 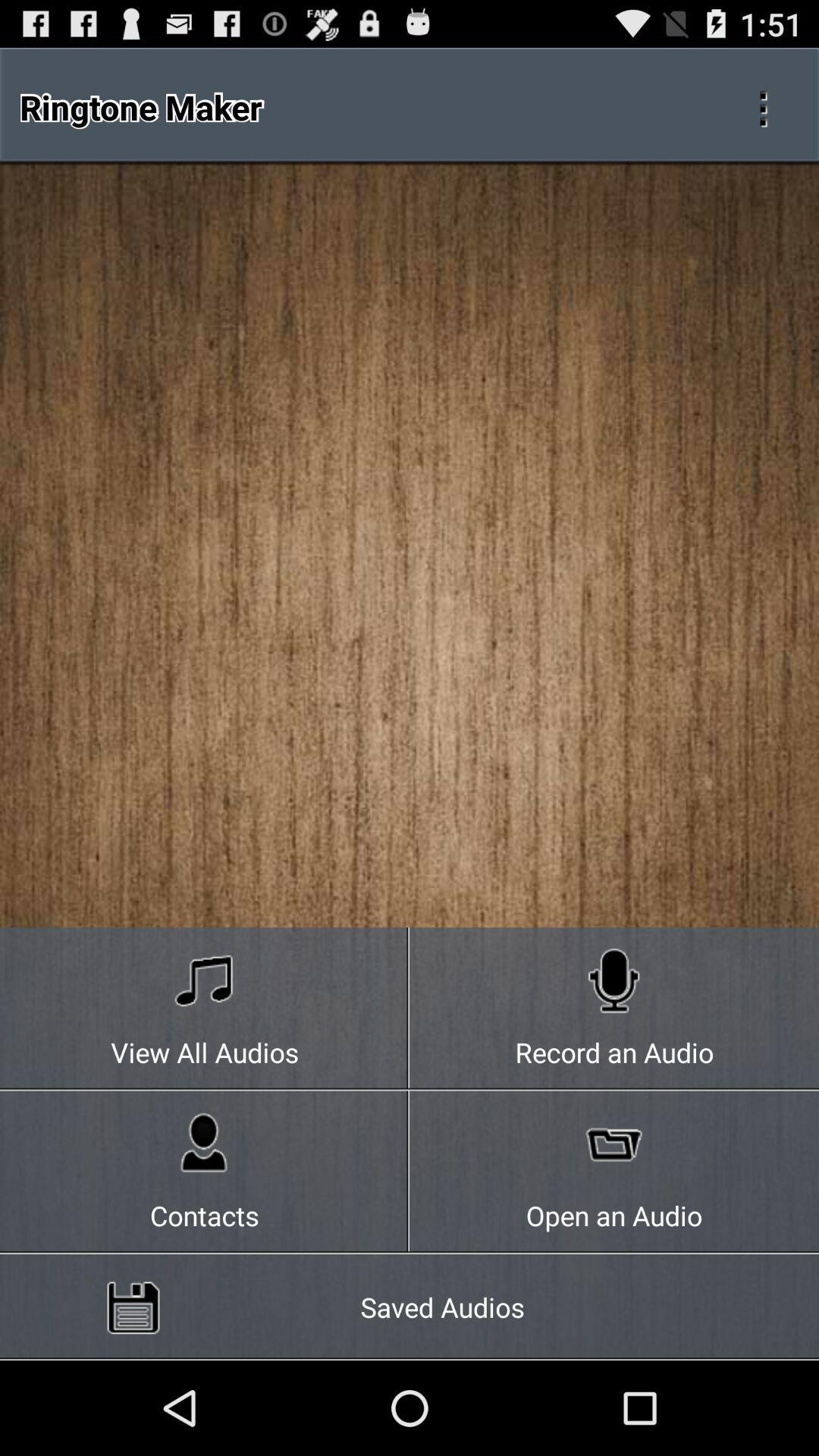 I want to click on the icon above the saved audios button, so click(x=205, y=1172).